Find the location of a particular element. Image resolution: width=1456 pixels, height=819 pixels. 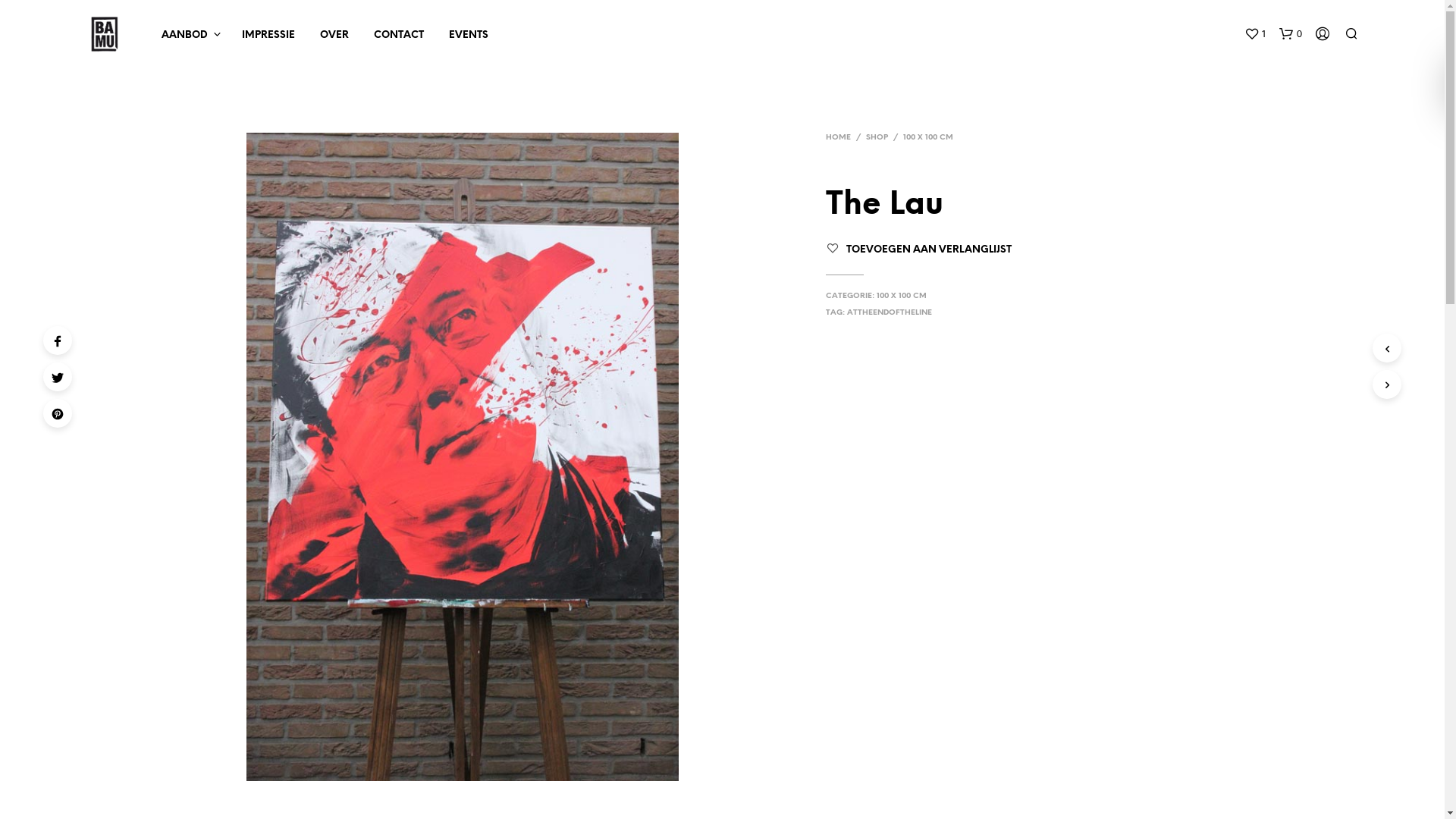

'ATEOTL-200-054_THELAU' is located at coordinates (461, 456).